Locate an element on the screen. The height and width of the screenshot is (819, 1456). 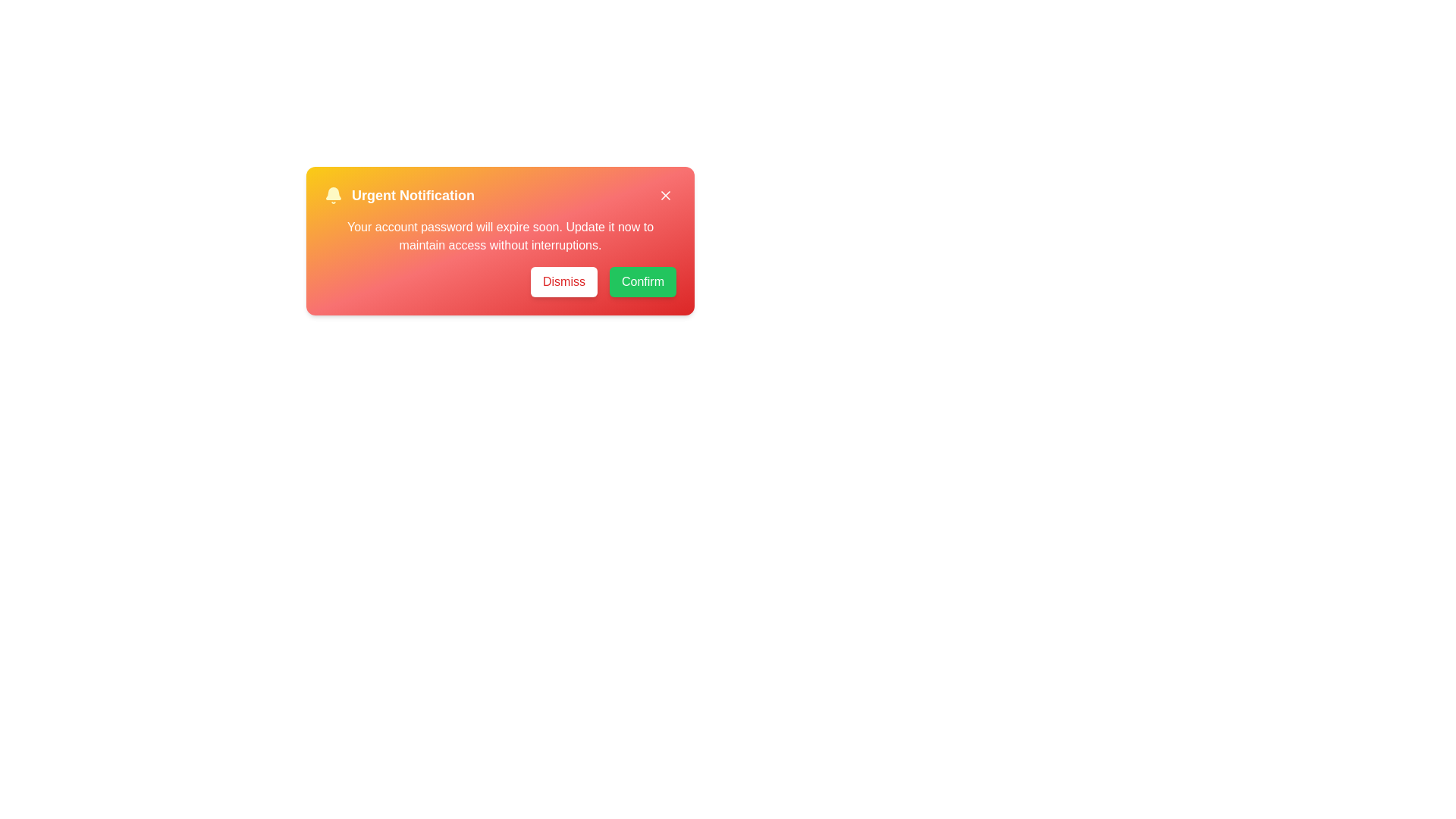
the 'Dismiss' button to dismiss the alert is located at coordinates (563, 281).